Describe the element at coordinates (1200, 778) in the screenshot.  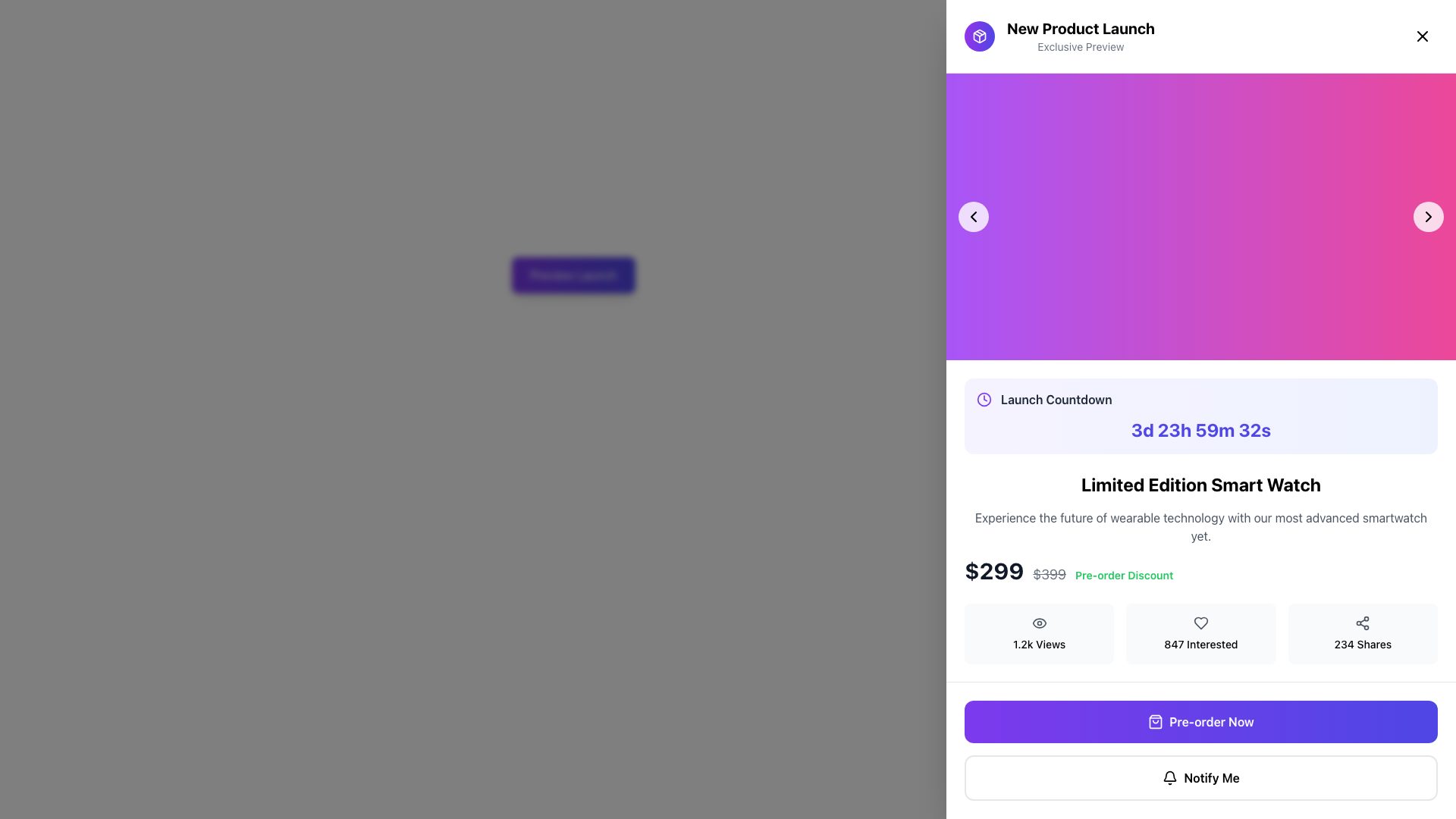
I see `the notifications button located below the 'Pre-order Now' button in the 'Limited Edition Smart Watch' section to observe the hover effect` at that location.